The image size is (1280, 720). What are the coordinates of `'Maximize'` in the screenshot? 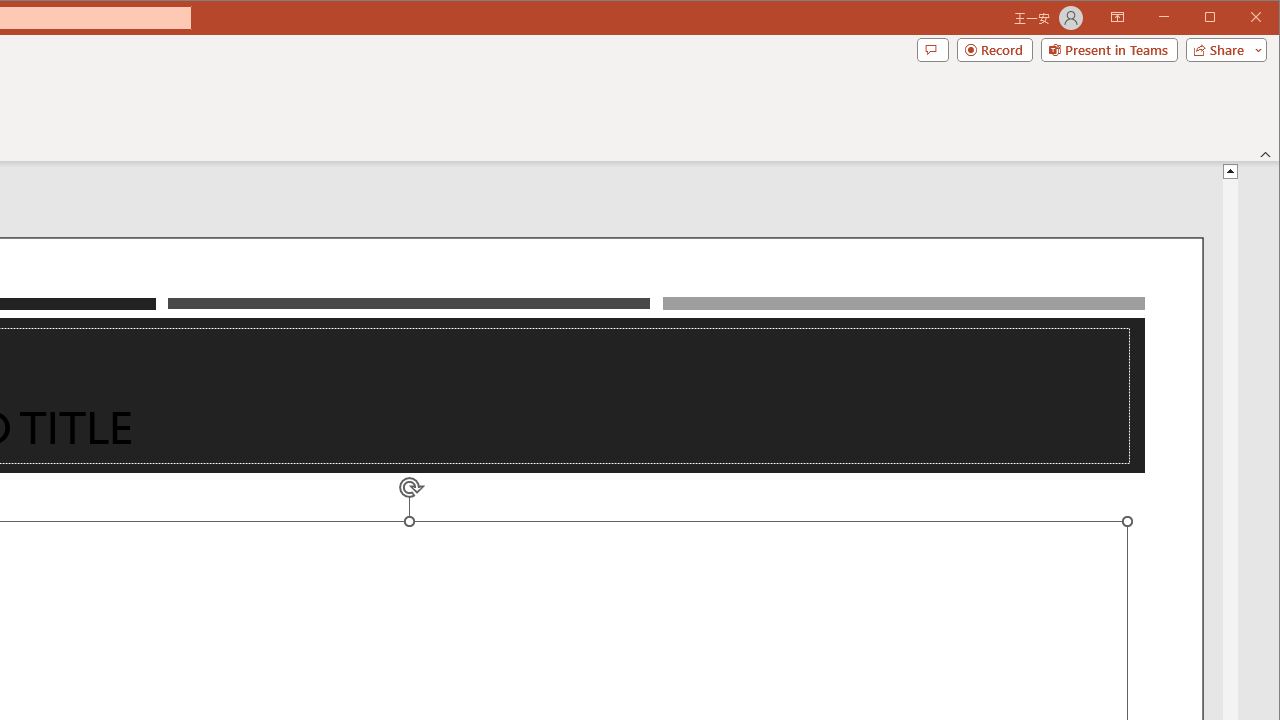 It's located at (1238, 19).